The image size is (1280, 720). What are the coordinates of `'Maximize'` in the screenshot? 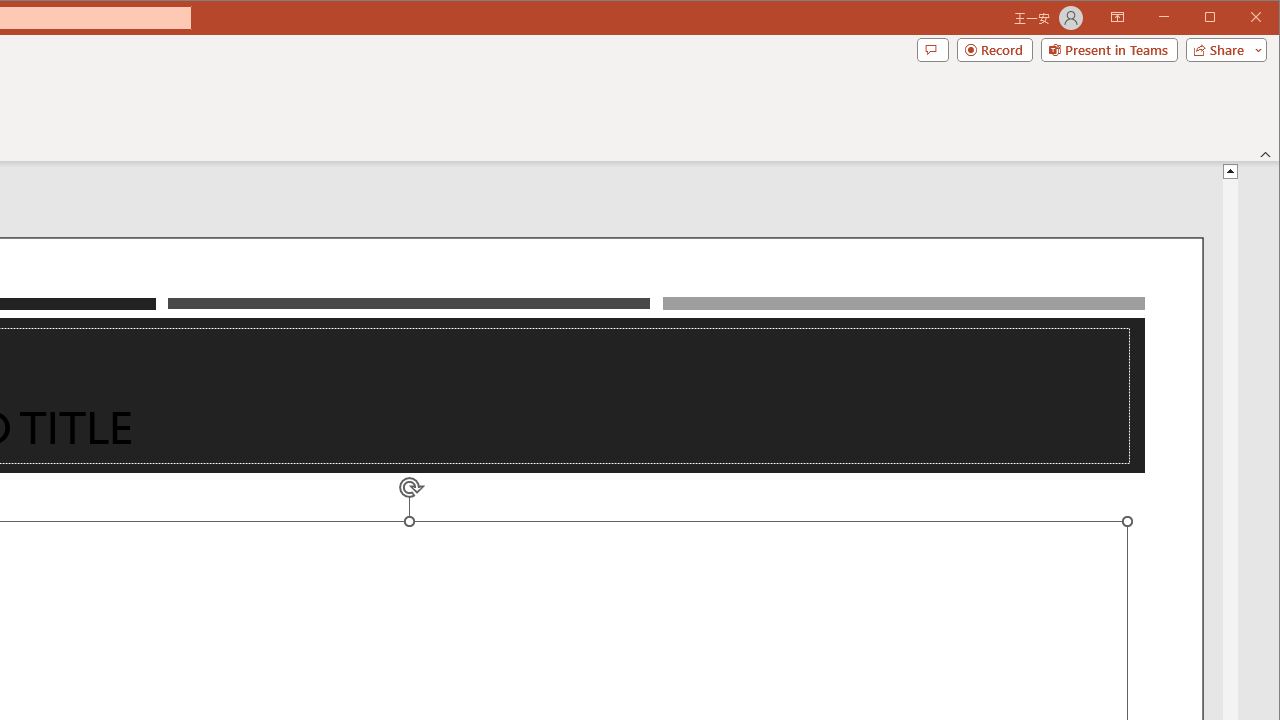 It's located at (1238, 19).